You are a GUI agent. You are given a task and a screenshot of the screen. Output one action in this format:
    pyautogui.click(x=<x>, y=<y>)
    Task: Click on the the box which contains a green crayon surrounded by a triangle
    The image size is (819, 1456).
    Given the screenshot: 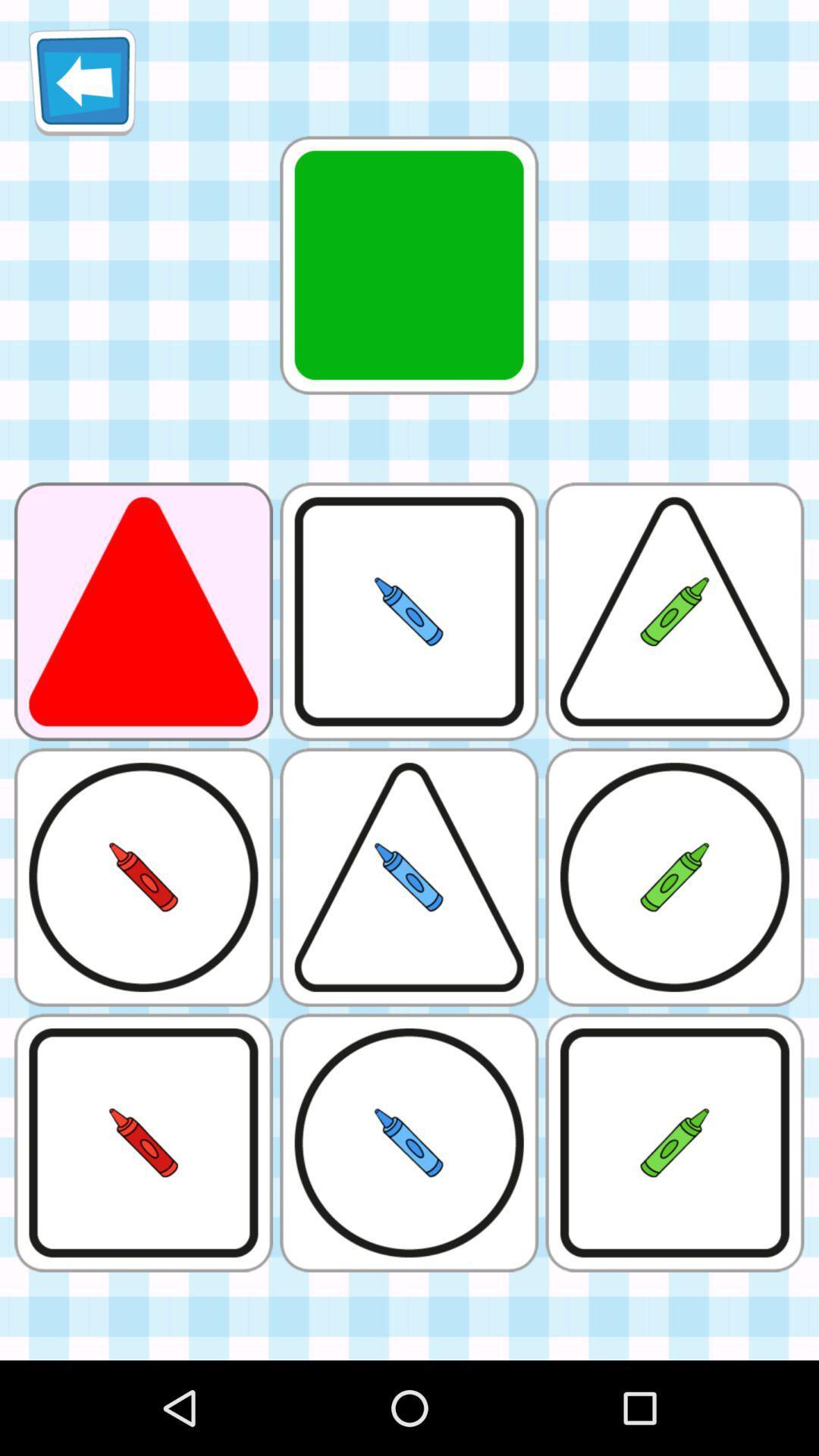 What is the action you would take?
    pyautogui.click(x=674, y=611)
    